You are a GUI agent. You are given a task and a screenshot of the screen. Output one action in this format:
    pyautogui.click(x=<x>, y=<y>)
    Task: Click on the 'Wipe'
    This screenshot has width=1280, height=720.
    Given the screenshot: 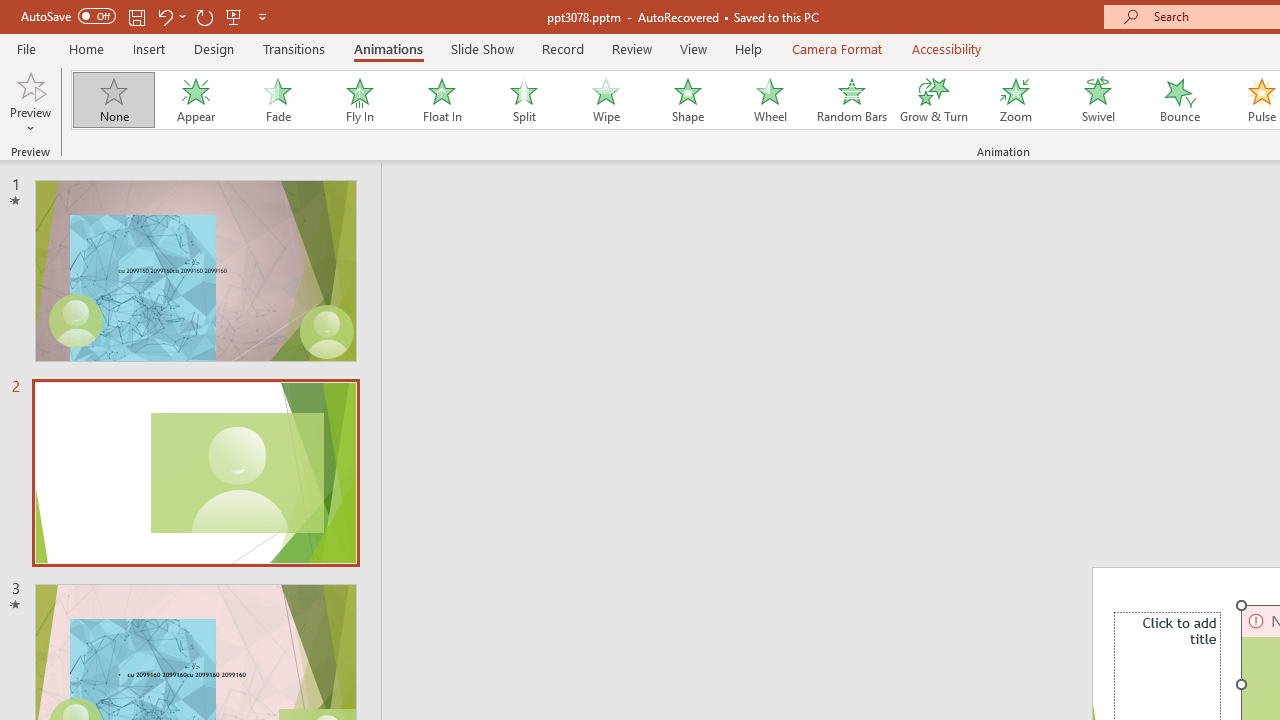 What is the action you would take?
    pyautogui.click(x=604, y=100)
    